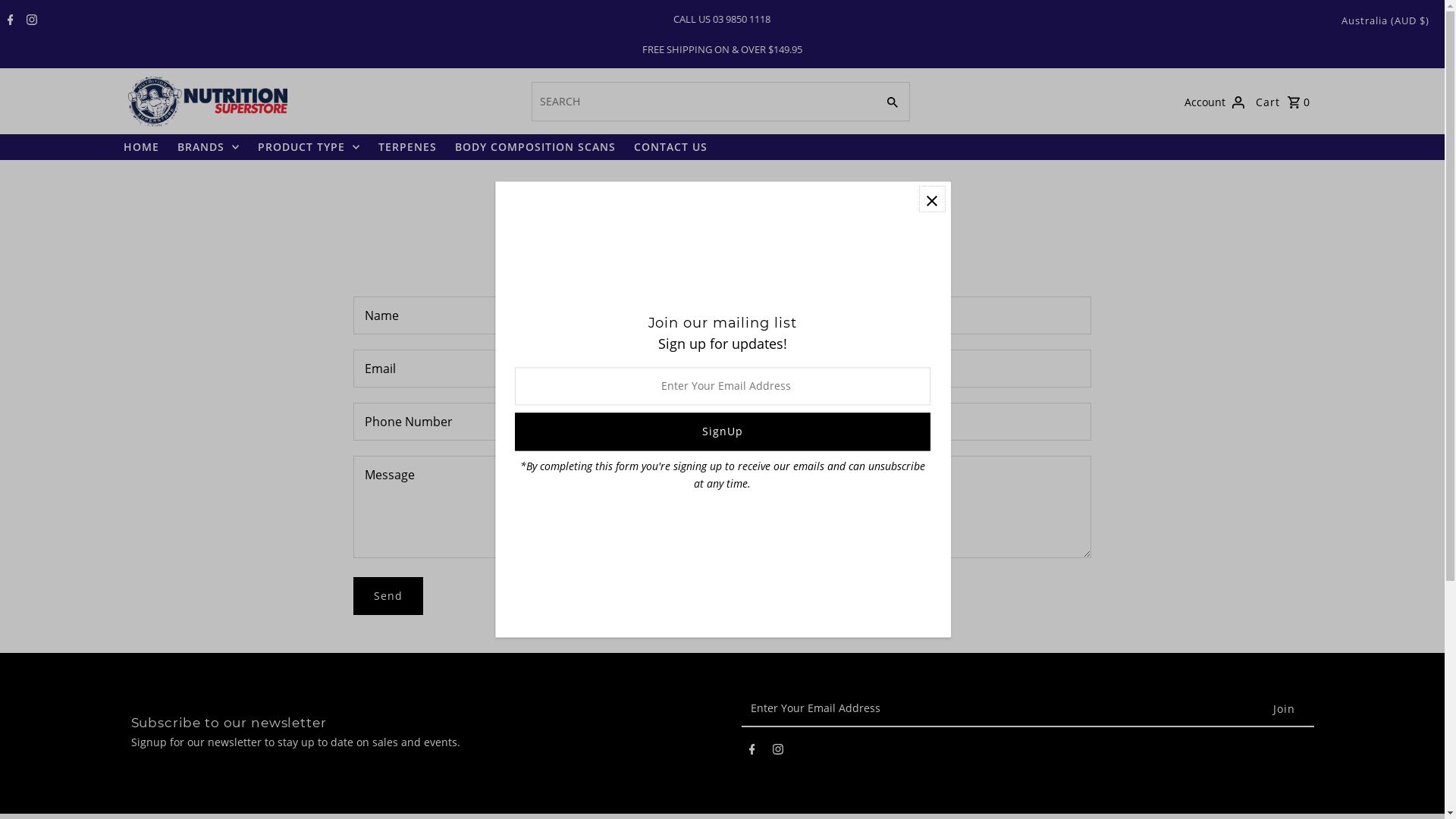 The width and height of the screenshot is (1456, 819). Describe the element at coordinates (1341, 20) in the screenshot. I see `'Australia (AUD $)'` at that location.